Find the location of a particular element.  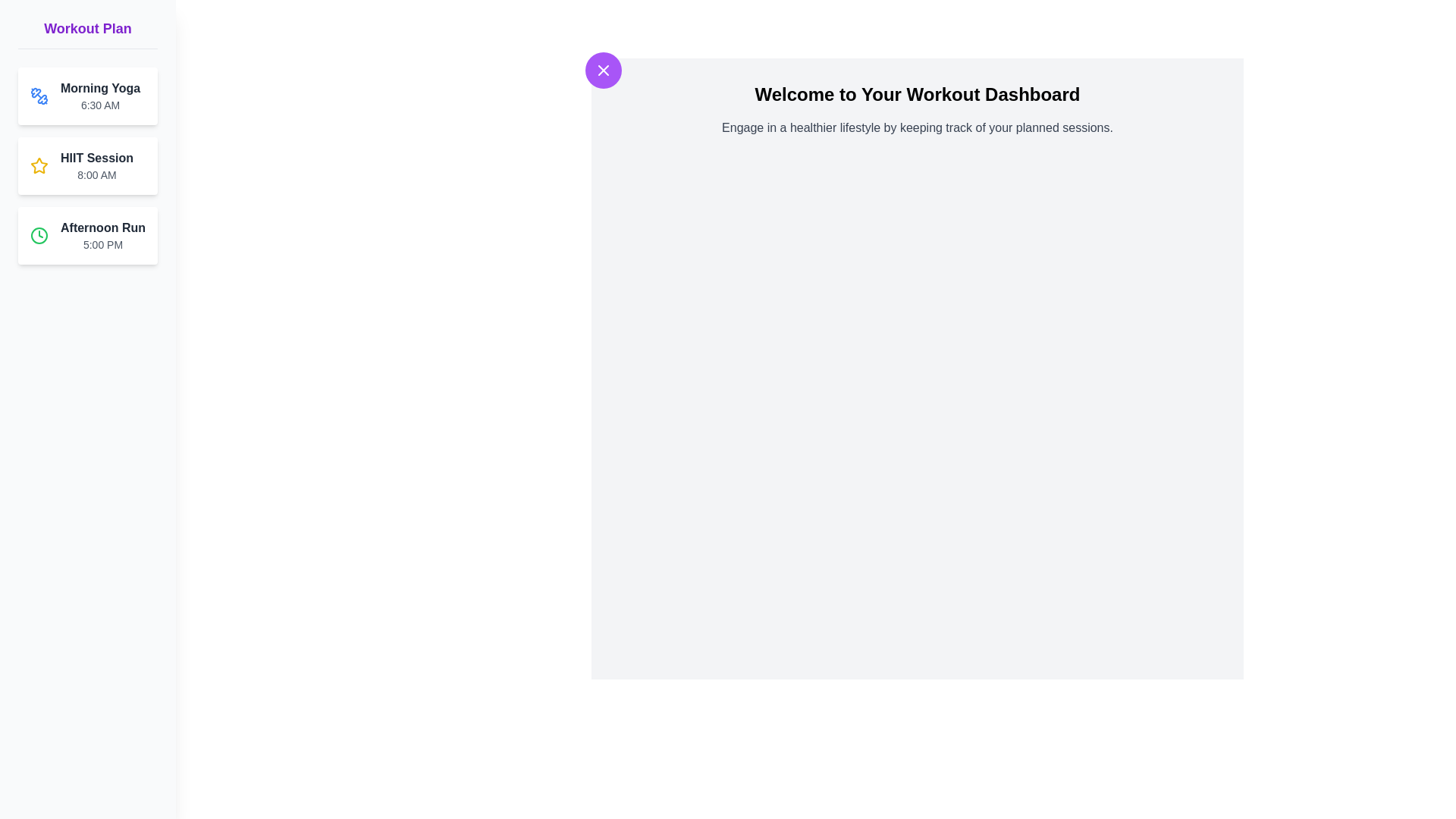

the toggle button to toggle the drawer state is located at coordinates (603, 70).